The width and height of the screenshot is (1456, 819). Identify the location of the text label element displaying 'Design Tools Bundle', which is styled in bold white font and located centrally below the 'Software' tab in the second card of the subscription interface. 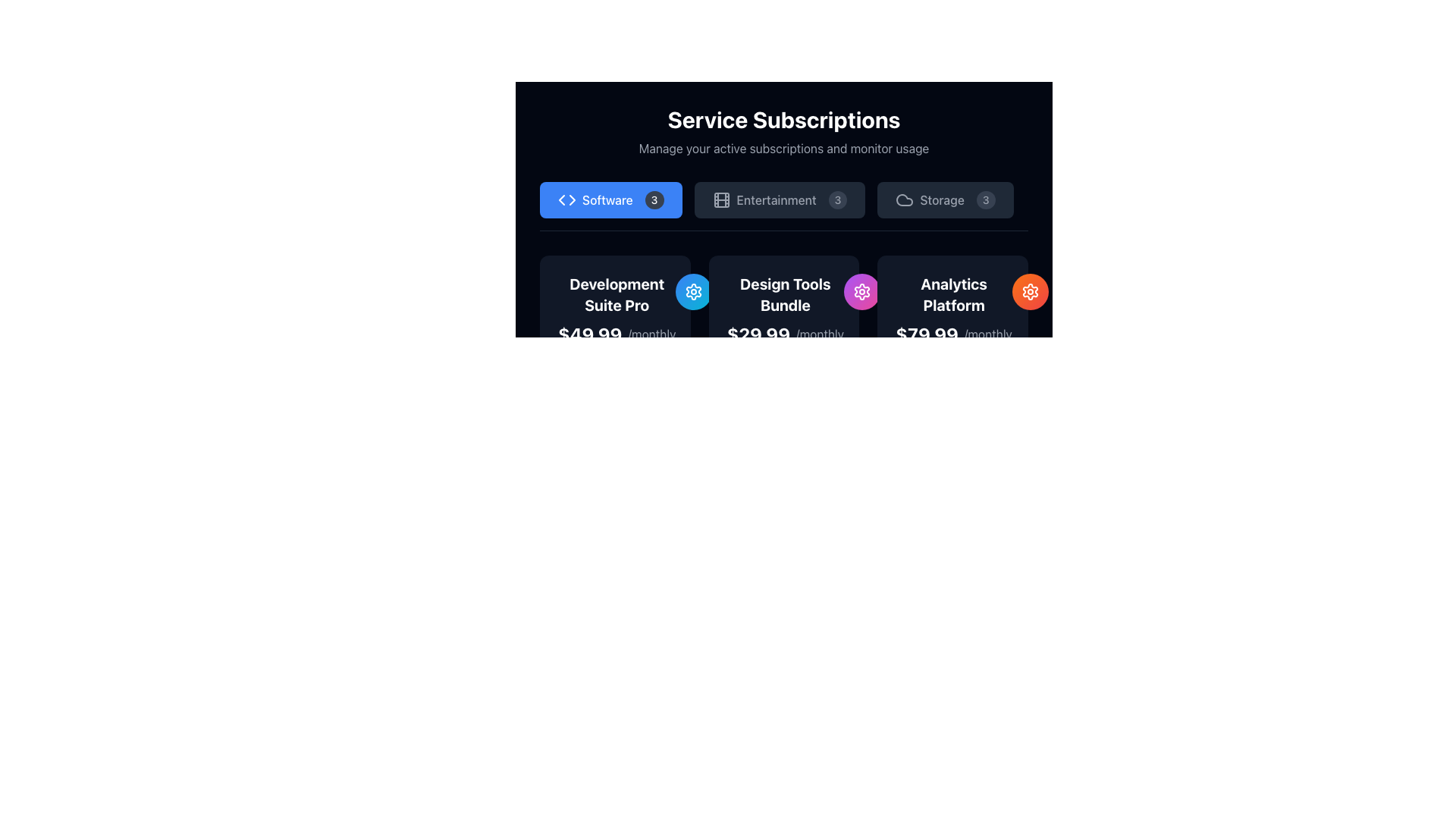
(785, 295).